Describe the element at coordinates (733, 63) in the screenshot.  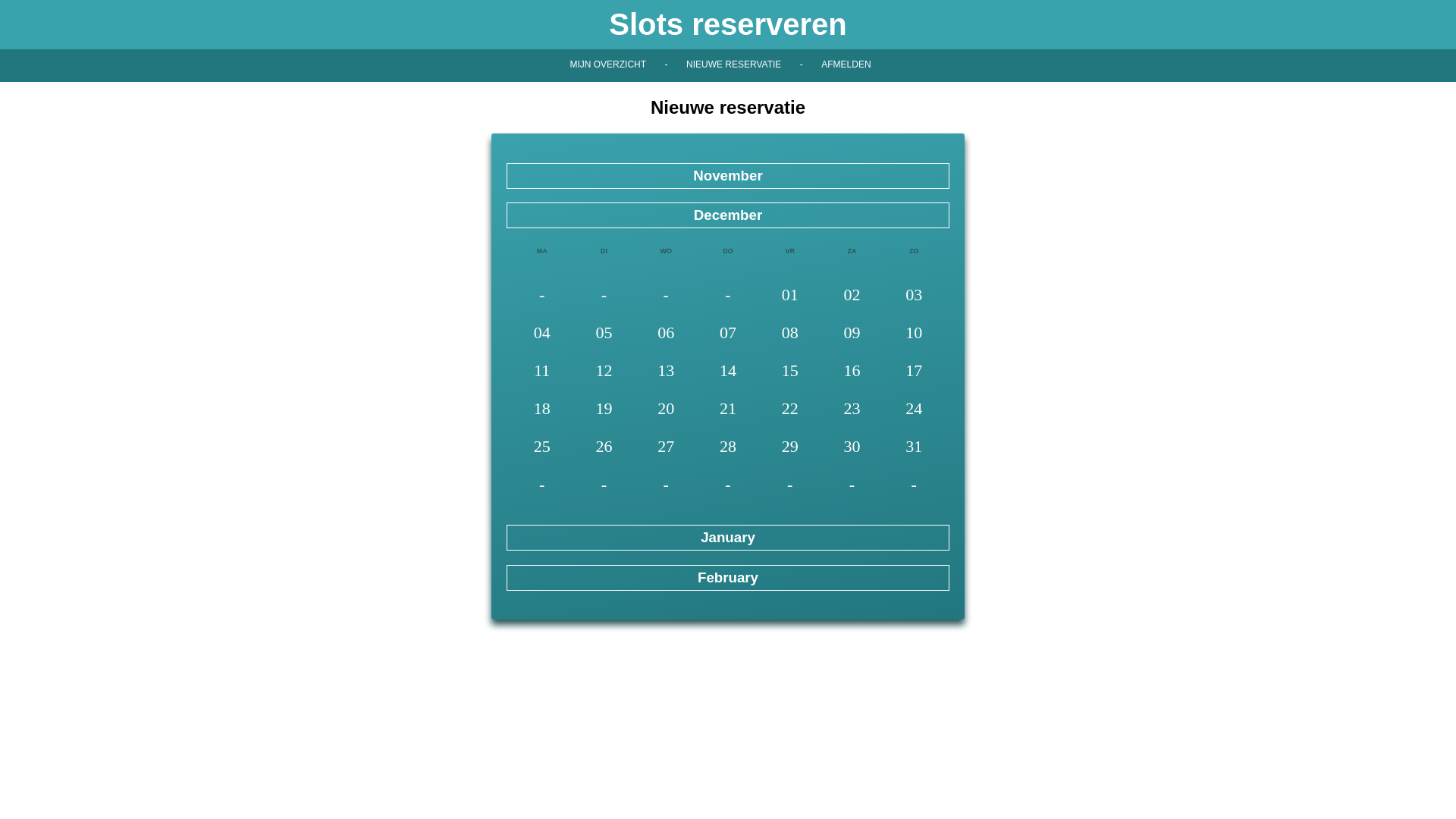
I see `'NIEUWE RESERVATIE'` at that location.